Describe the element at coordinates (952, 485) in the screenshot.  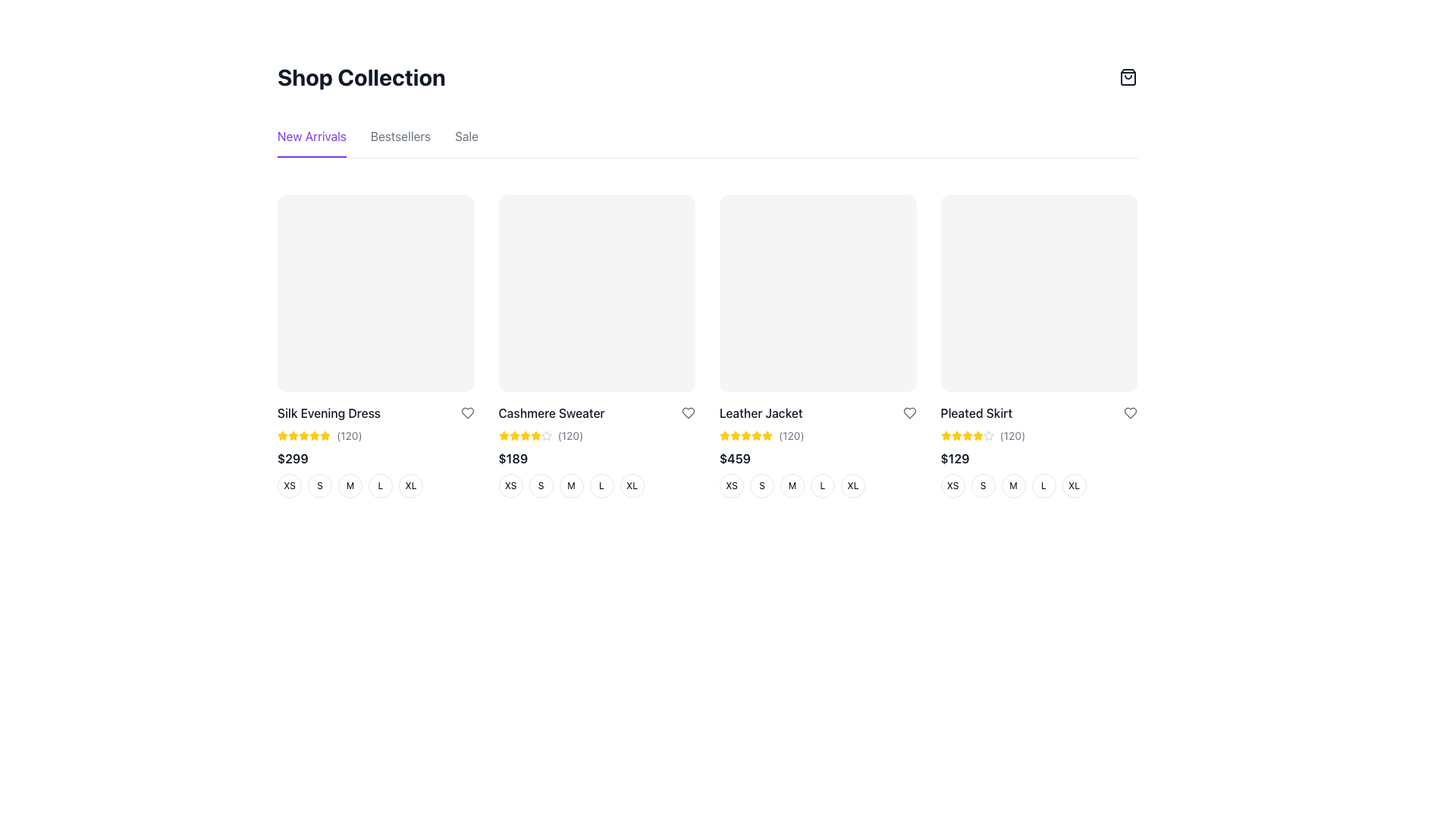
I see `the circular button labeled 'XS' at the bottom of the card for the 'Pleated Skirt' product` at that location.